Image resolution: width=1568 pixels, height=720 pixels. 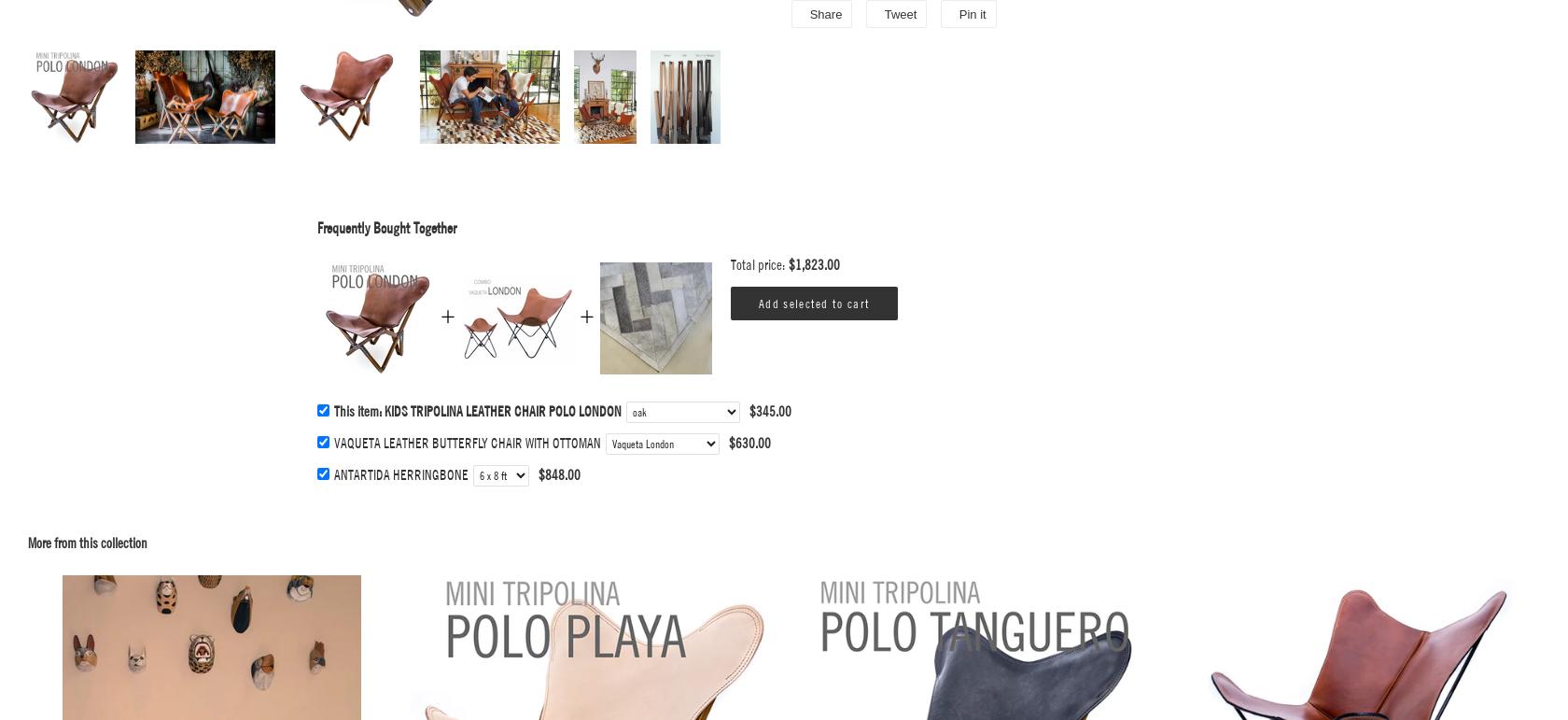 What do you see at coordinates (749, 411) in the screenshot?
I see `'$345.00'` at bounding box center [749, 411].